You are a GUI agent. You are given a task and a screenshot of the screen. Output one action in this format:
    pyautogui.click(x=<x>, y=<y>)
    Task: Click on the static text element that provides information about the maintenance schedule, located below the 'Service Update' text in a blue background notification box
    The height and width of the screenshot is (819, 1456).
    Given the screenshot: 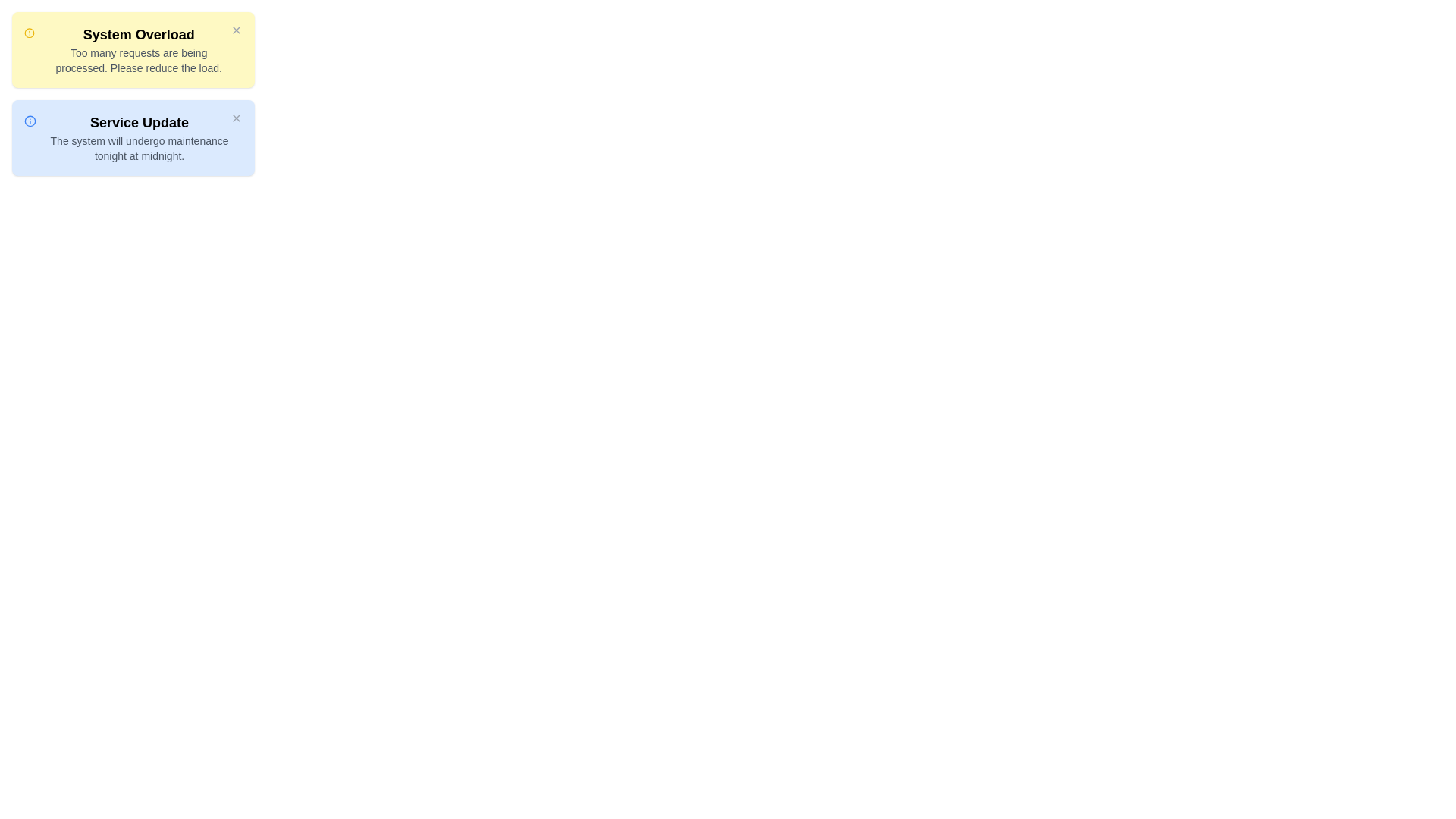 What is the action you would take?
    pyautogui.click(x=140, y=149)
    